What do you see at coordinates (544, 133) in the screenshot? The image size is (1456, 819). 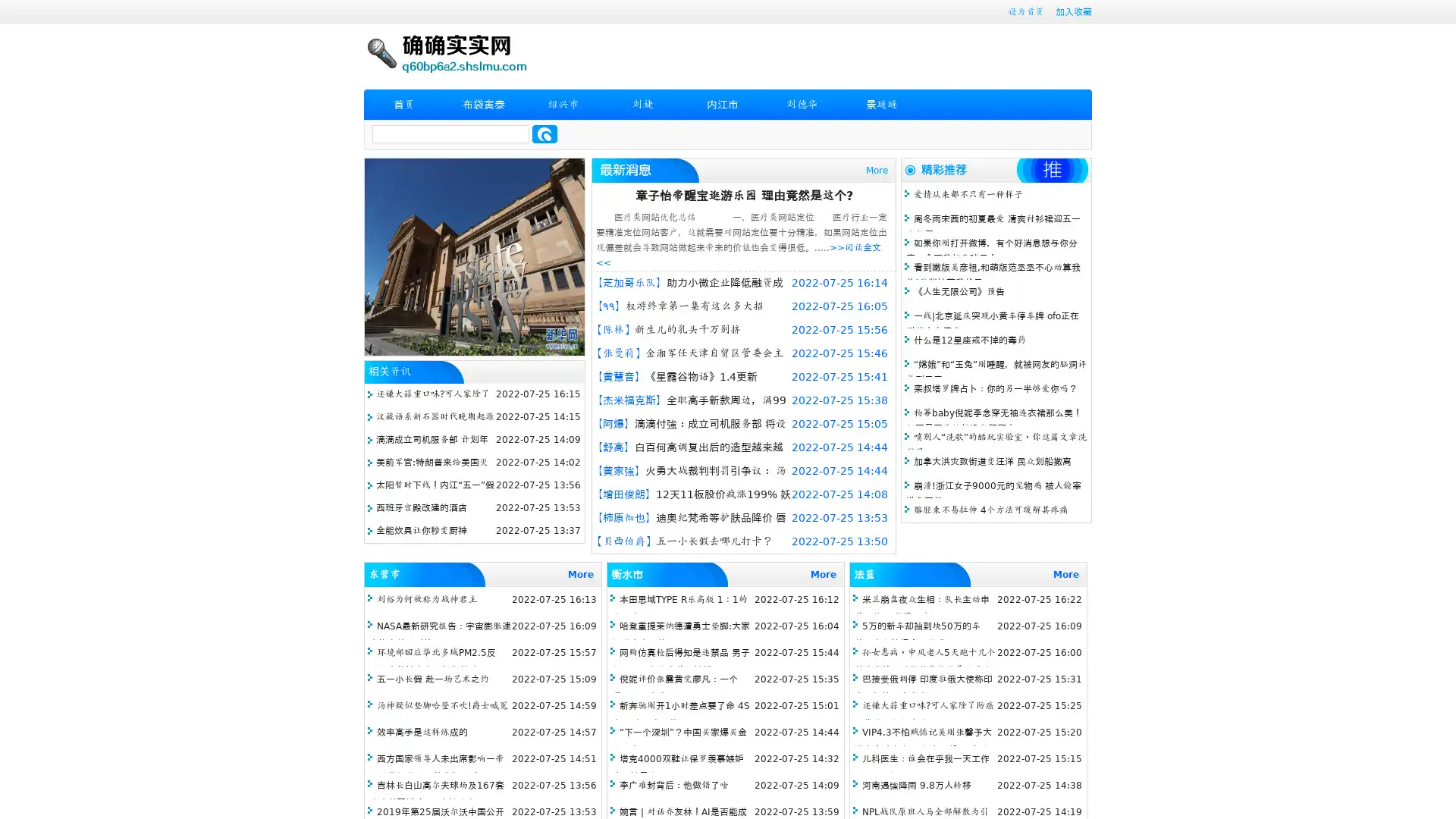 I see `Search` at bounding box center [544, 133].